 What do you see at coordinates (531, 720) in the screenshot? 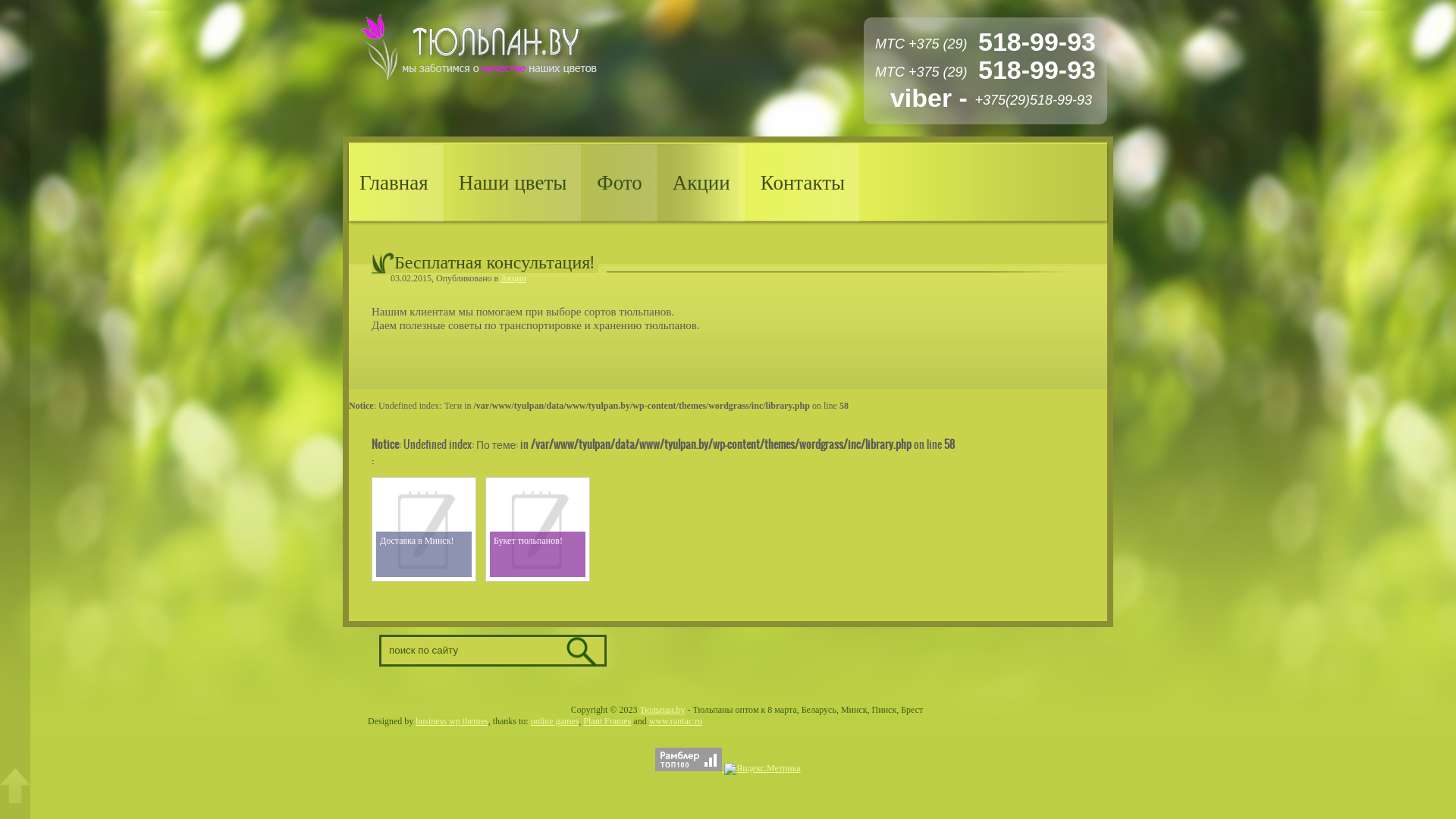
I see `'online games'` at bounding box center [531, 720].